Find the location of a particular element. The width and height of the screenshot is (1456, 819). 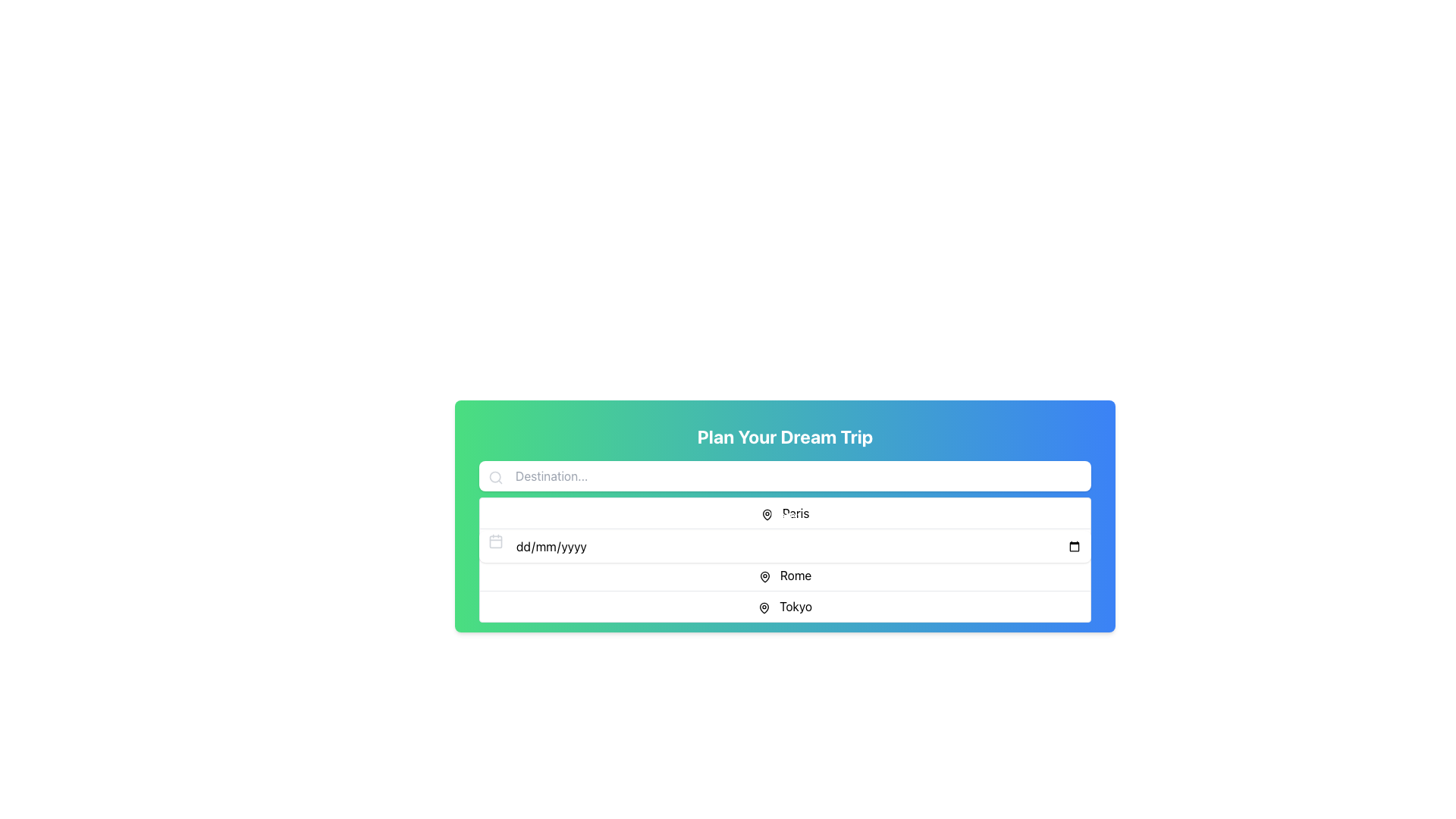

the dropdown menu located below the input field labeled 'Destination...' is located at coordinates (785, 560).